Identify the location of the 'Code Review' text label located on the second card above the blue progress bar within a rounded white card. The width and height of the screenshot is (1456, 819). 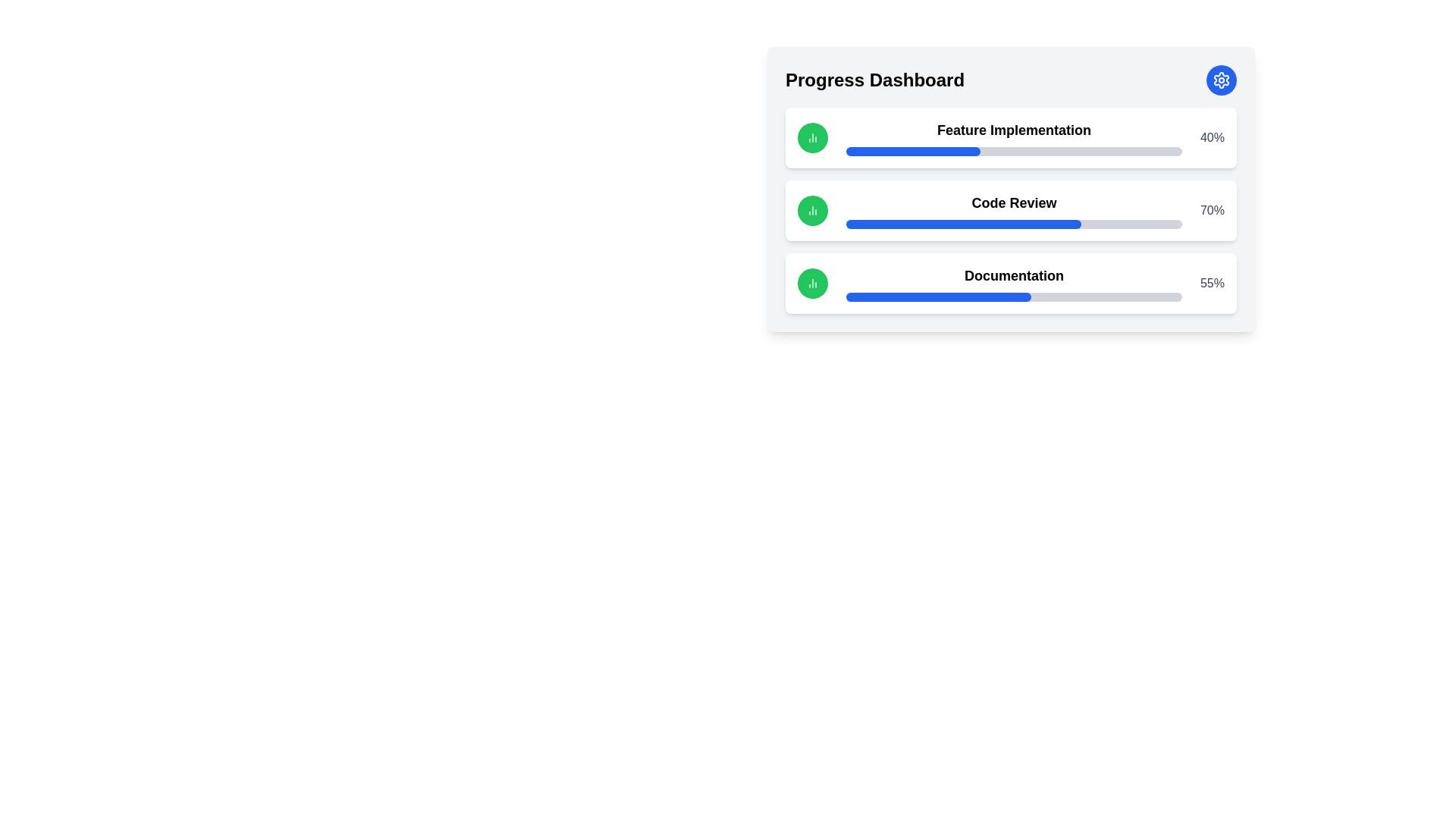
(1014, 202).